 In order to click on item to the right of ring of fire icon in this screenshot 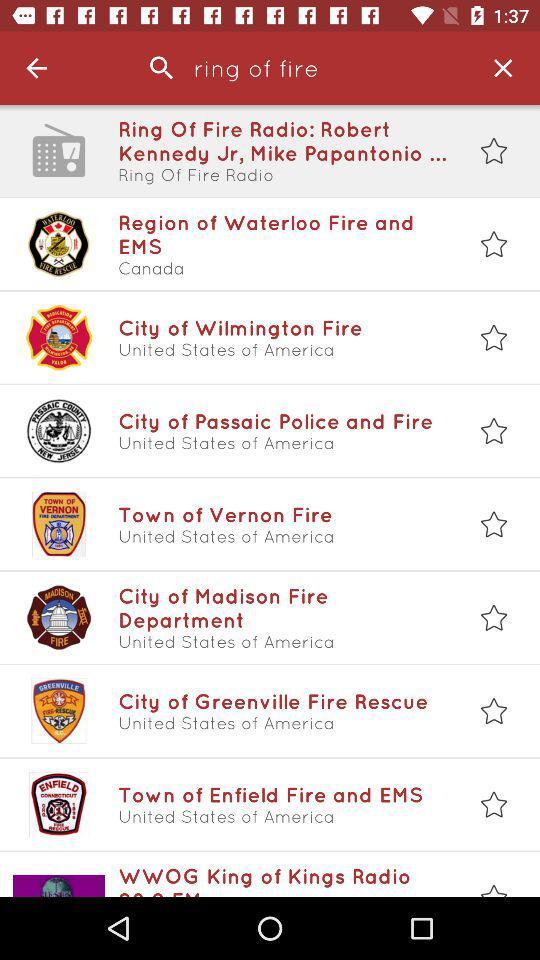, I will do `click(502, 68)`.